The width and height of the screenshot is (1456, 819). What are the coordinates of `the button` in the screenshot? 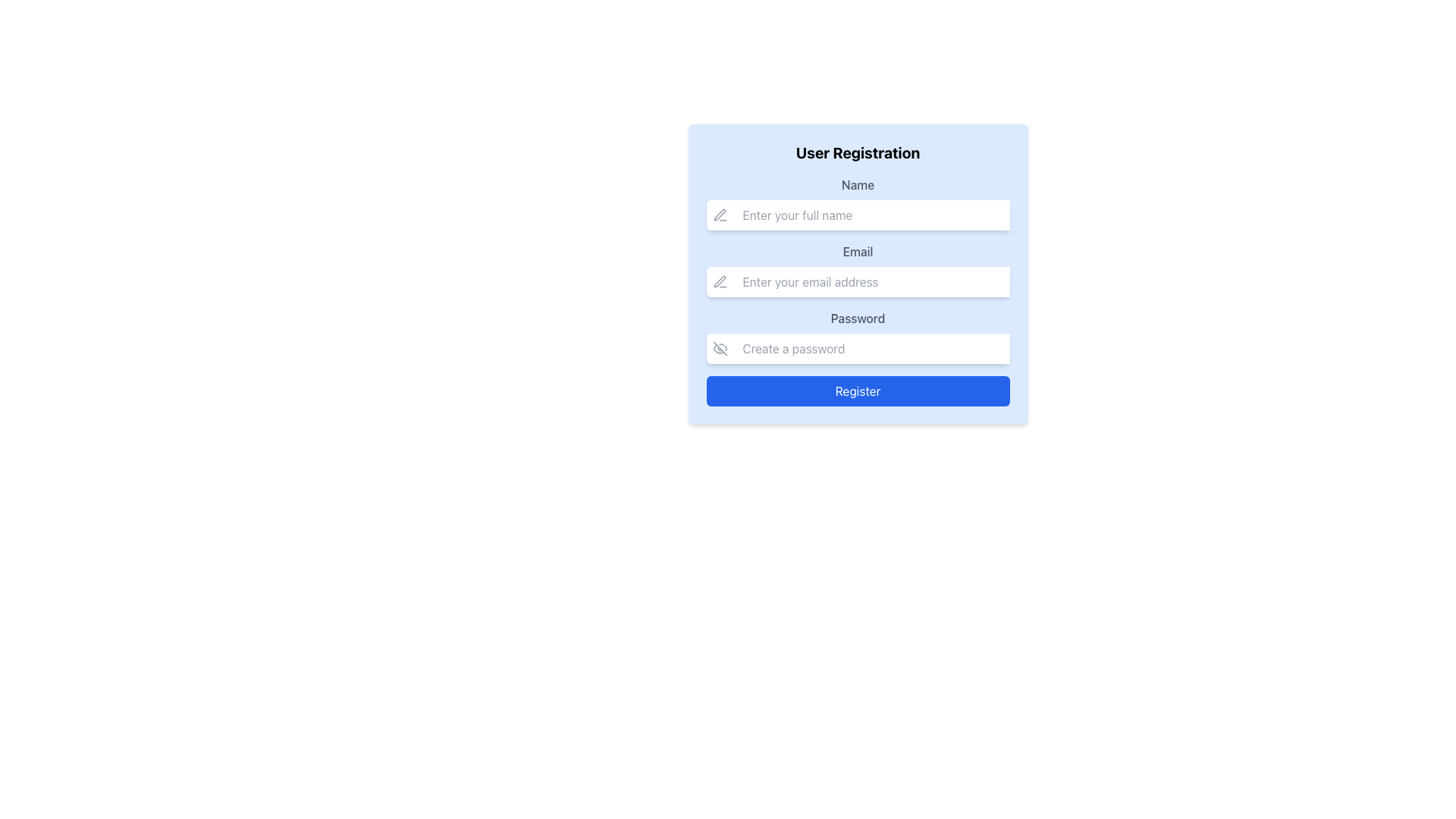 It's located at (719, 348).